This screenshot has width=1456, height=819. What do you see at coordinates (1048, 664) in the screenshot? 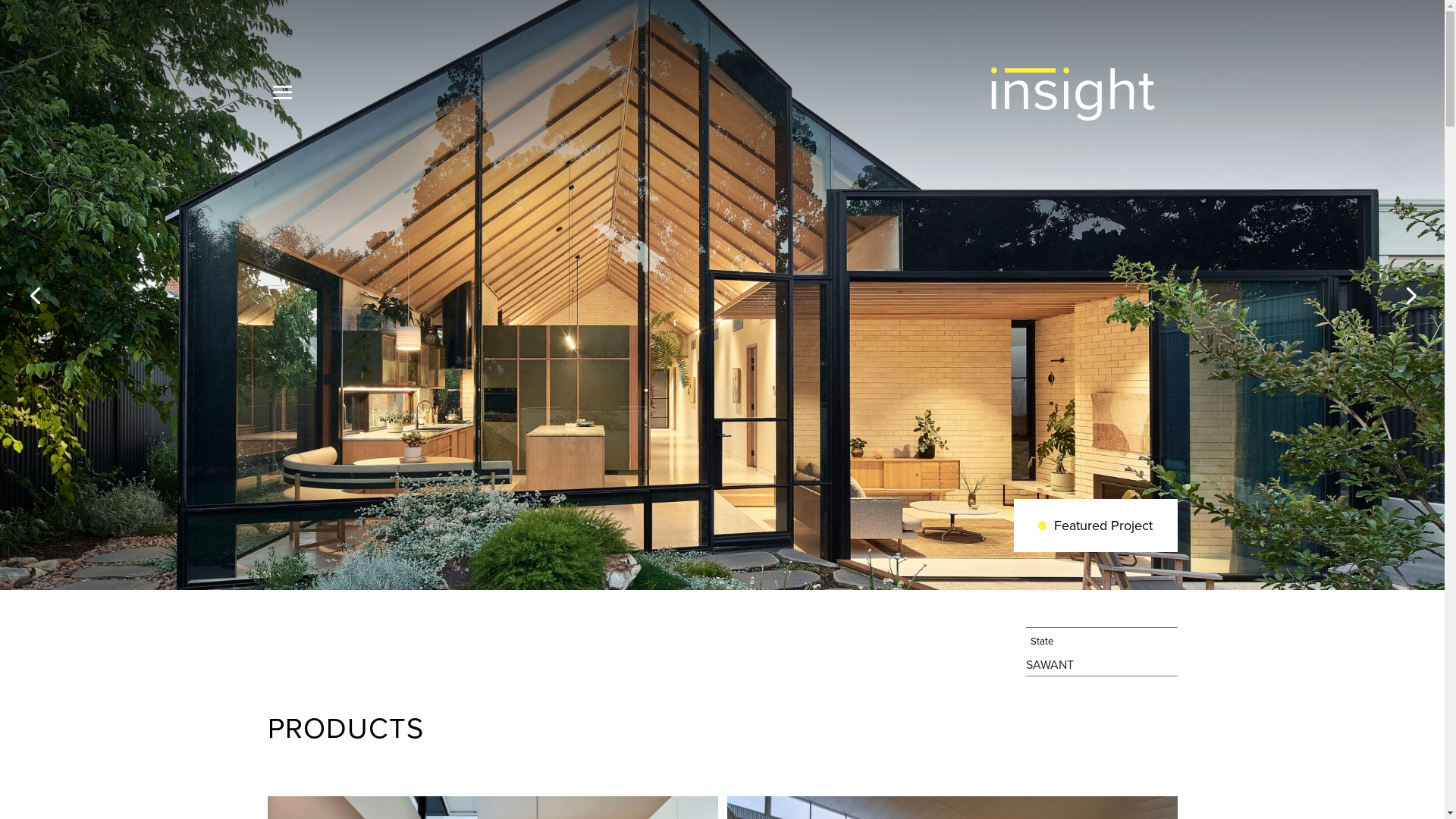
I see `'WA'` at bounding box center [1048, 664].